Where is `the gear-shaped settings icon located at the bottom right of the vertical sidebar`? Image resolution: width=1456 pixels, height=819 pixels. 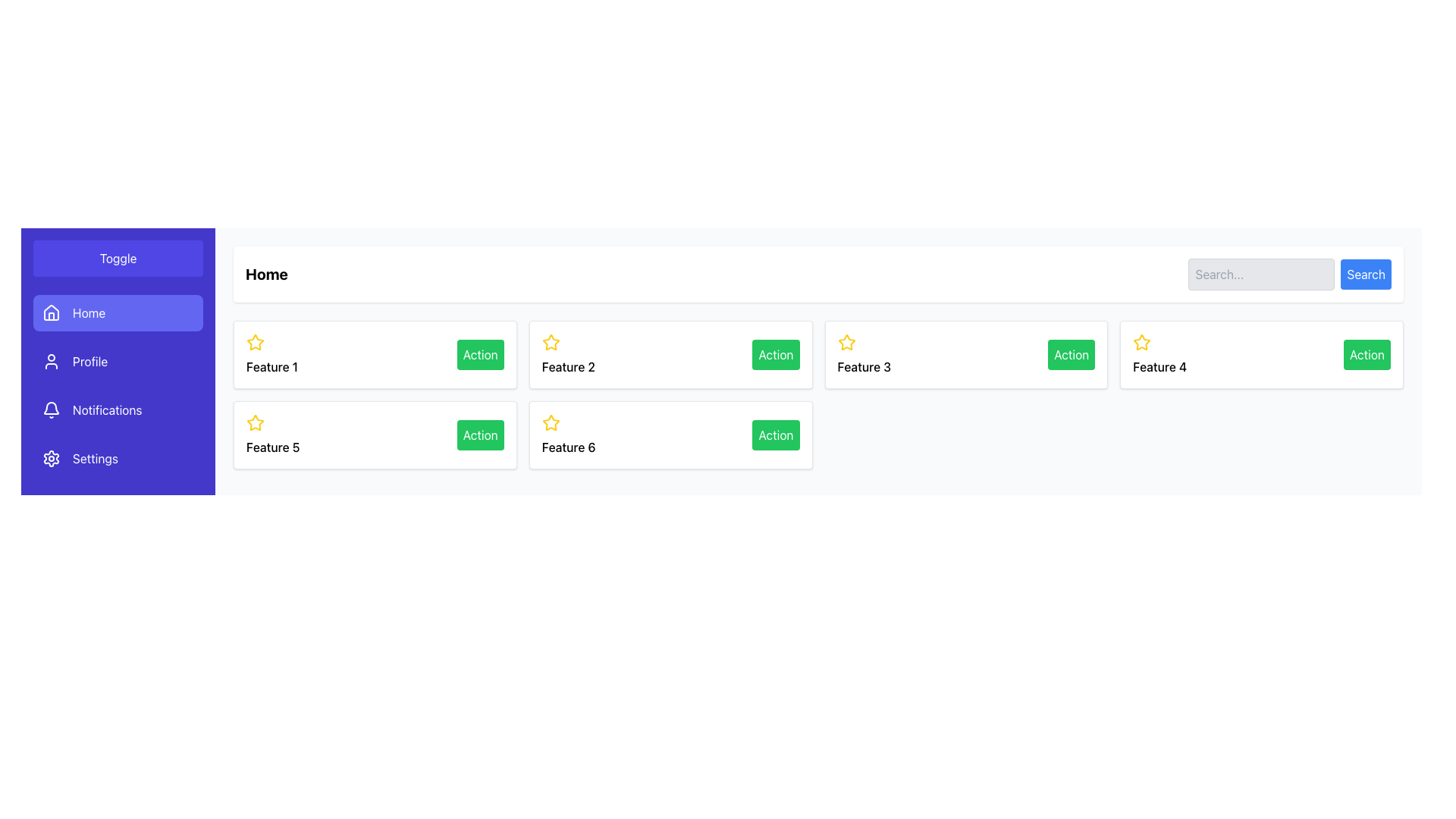
the gear-shaped settings icon located at the bottom right of the vertical sidebar is located at coordinates (51, 458).